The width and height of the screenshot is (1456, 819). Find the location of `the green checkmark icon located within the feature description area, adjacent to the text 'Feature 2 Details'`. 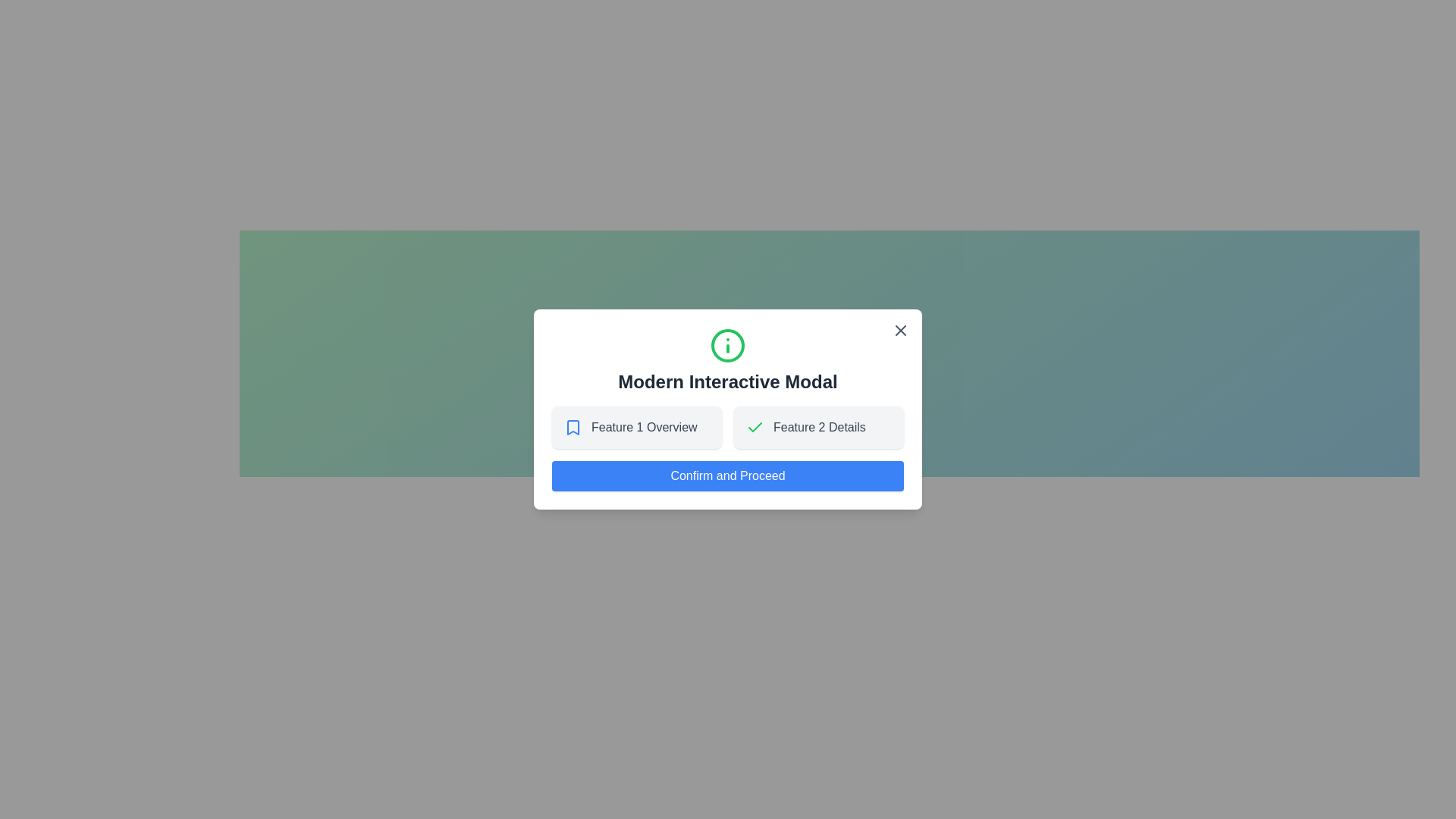

the green checkmark icon located within the feature description area, adjacent to the text 'Feature 2 Details' is located at coordinates (755, 427).